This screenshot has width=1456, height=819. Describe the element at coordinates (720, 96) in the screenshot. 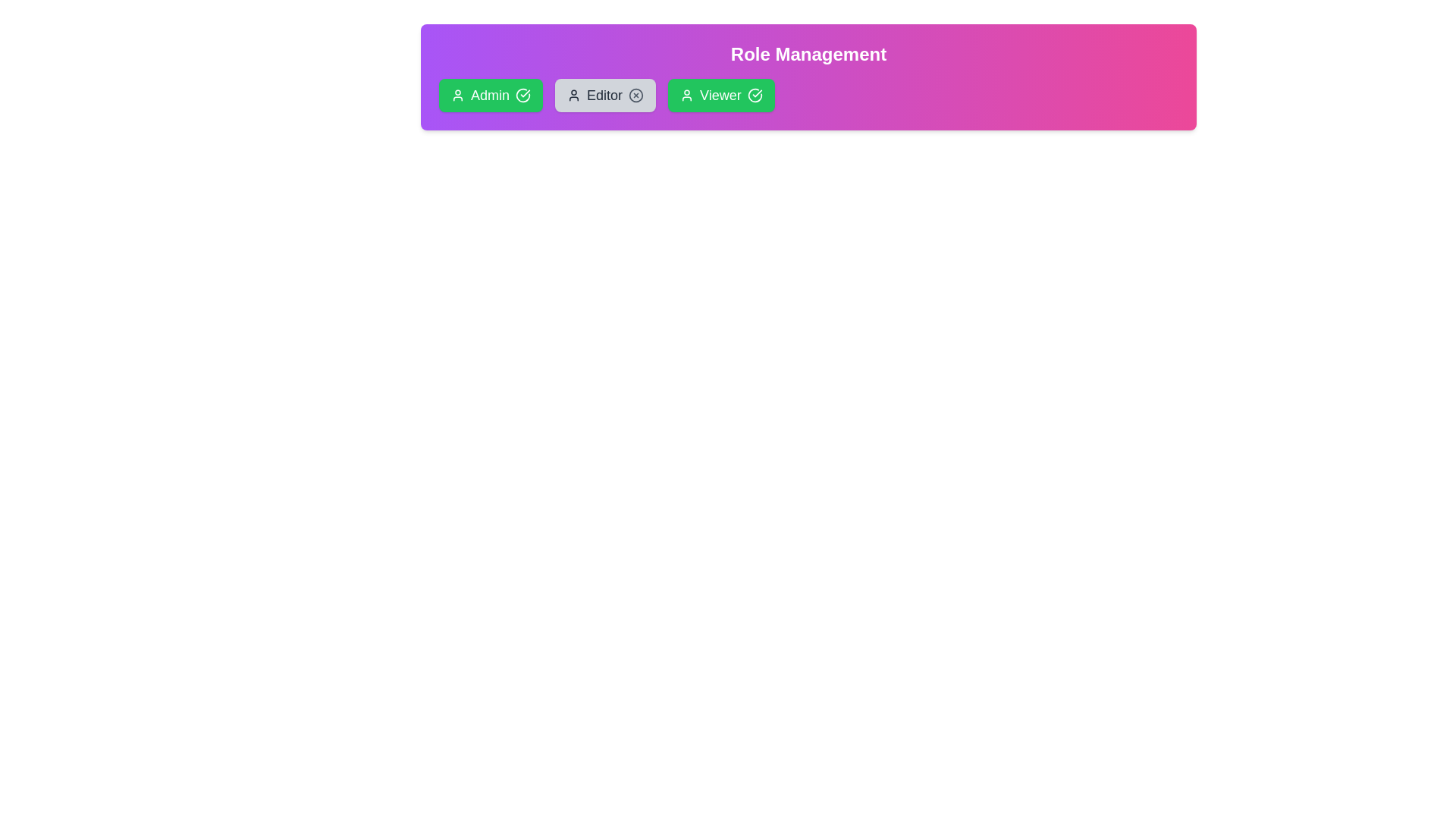

I see `the role Viewer by clicking on its card` at that location.